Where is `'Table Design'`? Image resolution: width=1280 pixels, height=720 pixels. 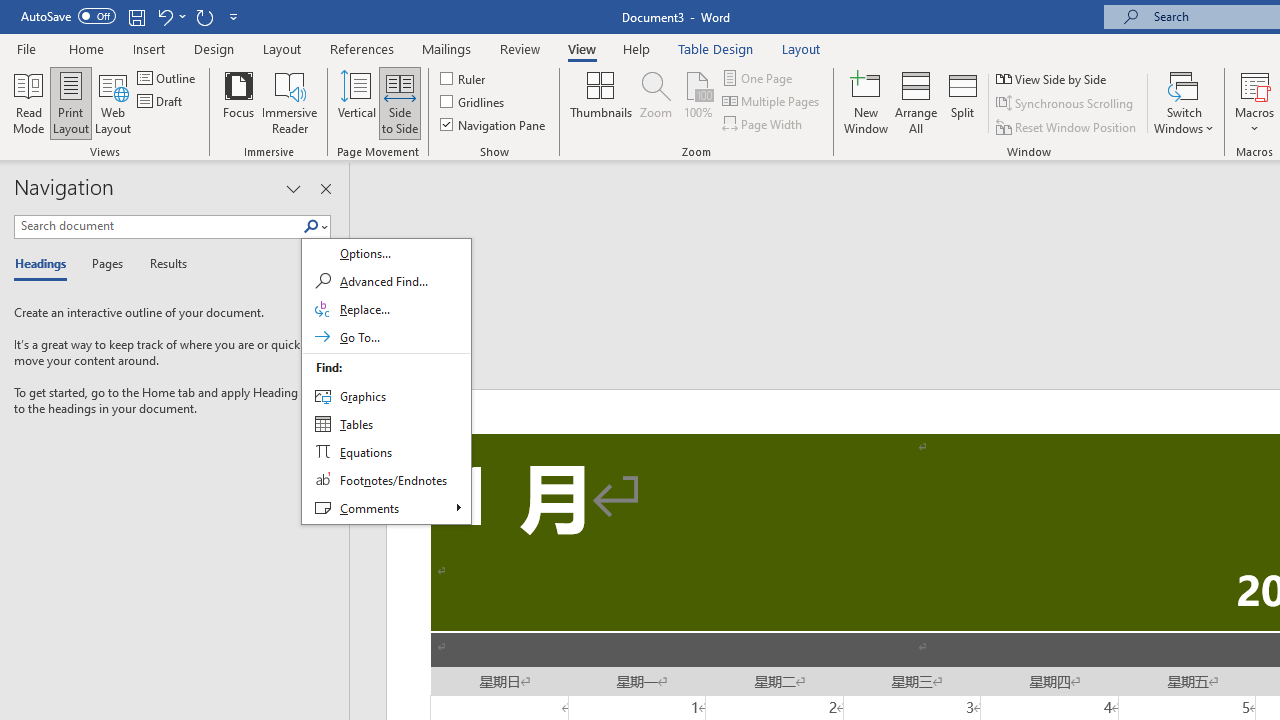
'Table Design' is located at coordinates (716, 48).